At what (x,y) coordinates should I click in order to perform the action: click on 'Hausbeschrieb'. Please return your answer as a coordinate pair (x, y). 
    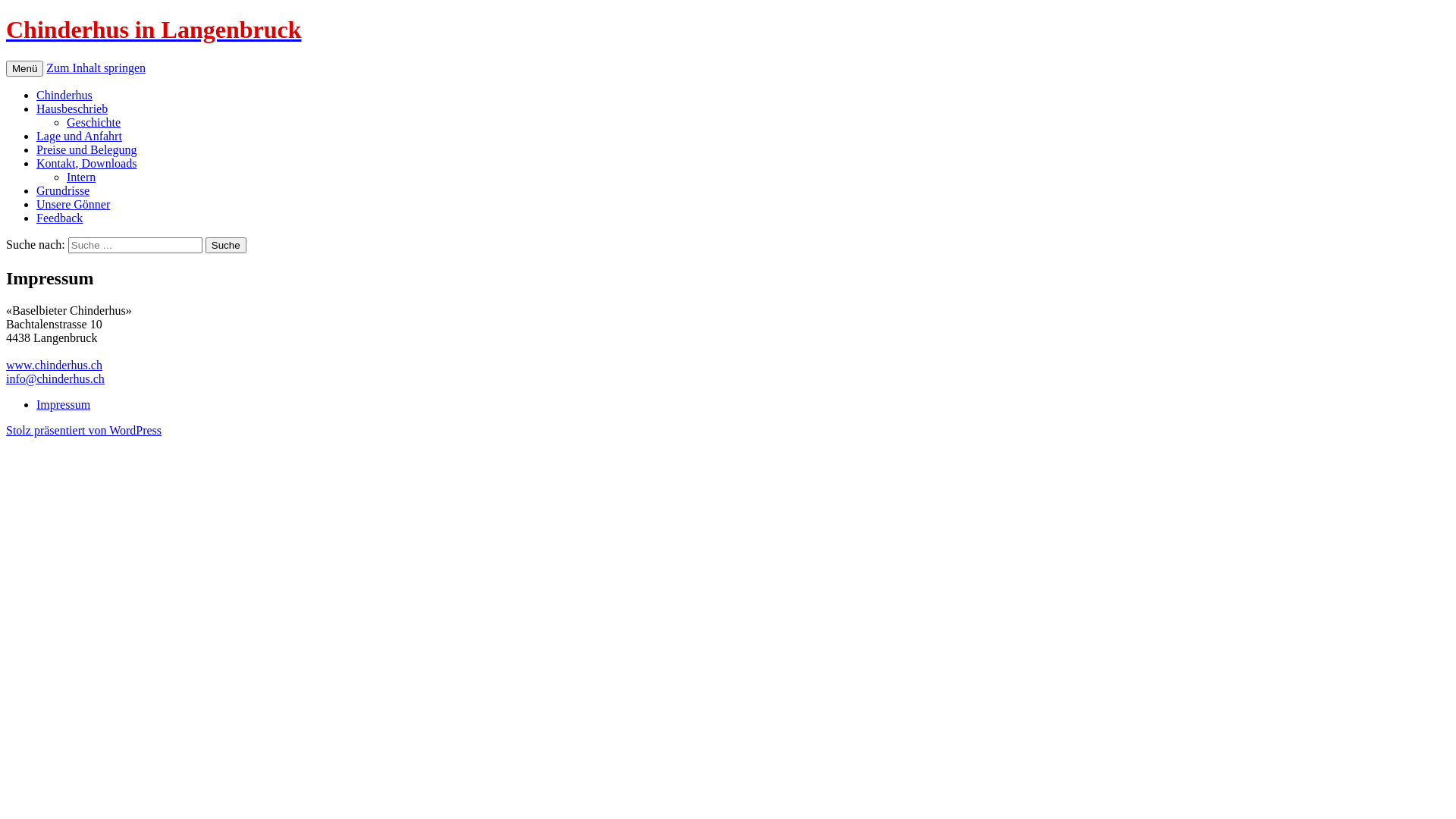
    Looking at the image, I should click on (71, 108).